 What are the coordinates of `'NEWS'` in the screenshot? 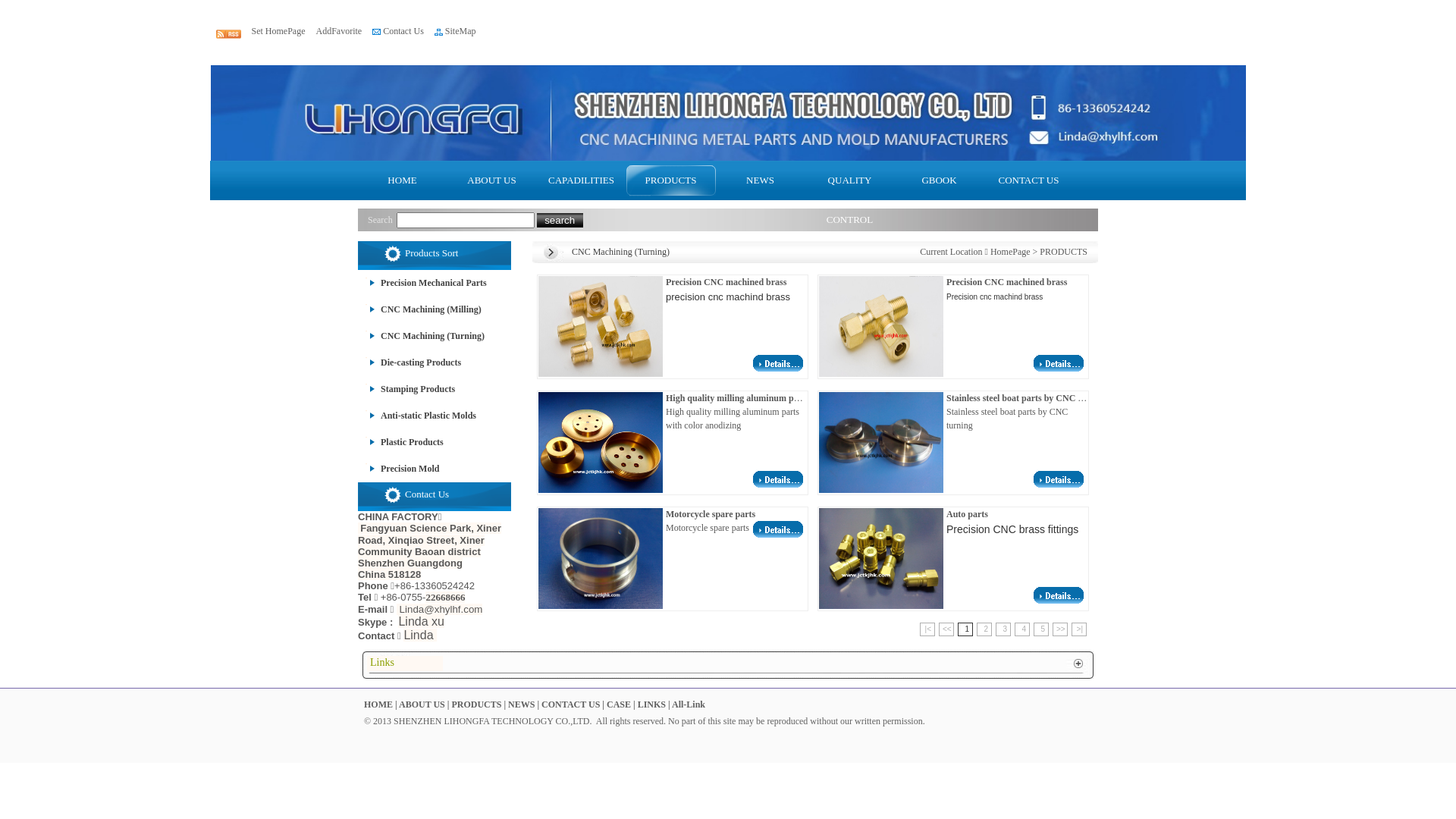 It's located at (521, 704).